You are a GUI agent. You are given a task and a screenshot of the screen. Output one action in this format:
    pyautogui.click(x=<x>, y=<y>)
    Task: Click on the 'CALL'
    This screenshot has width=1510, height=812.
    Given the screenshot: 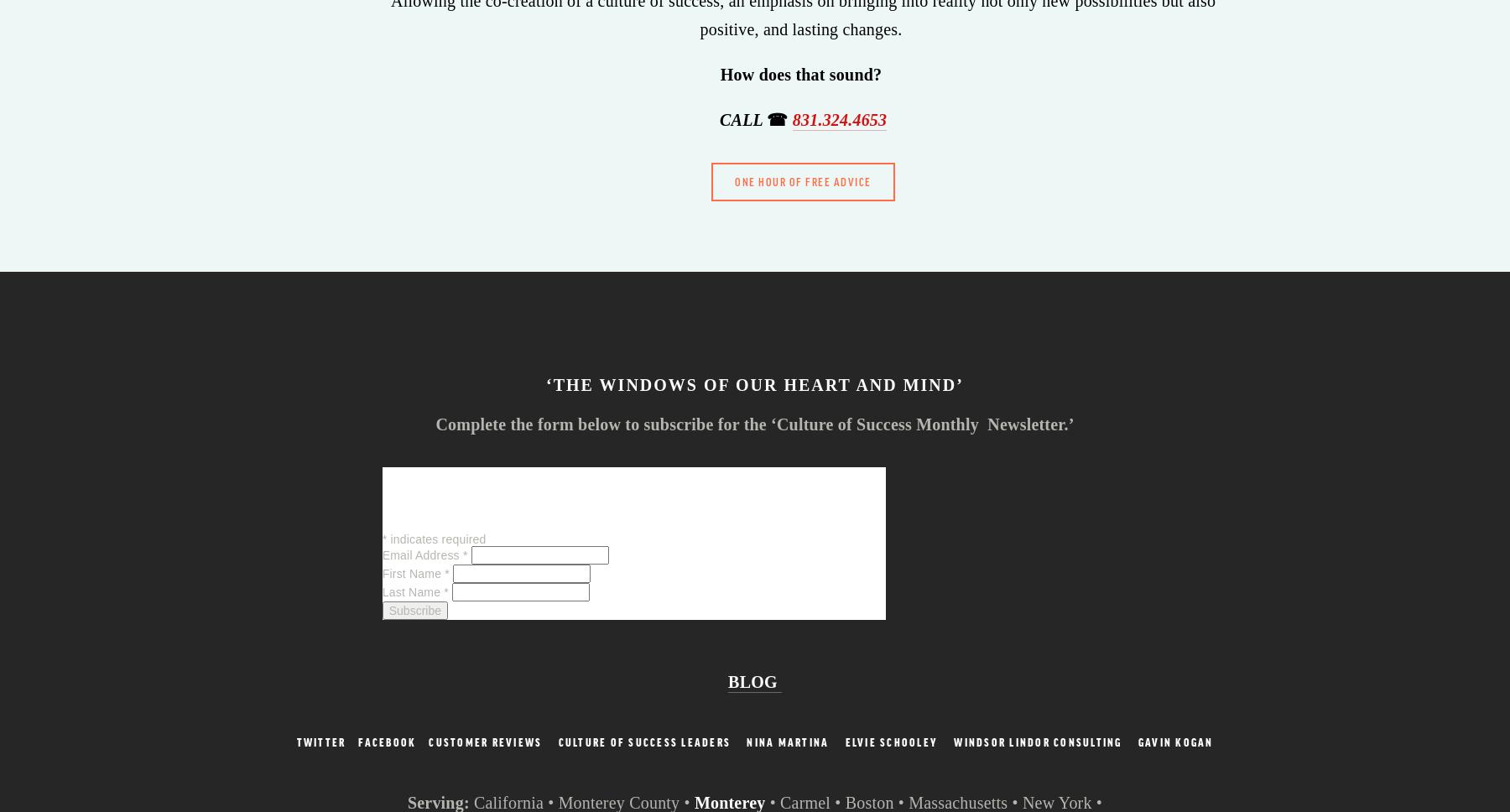 What is the action you would take?
    pyautogui.click(x=742, y=118)
    